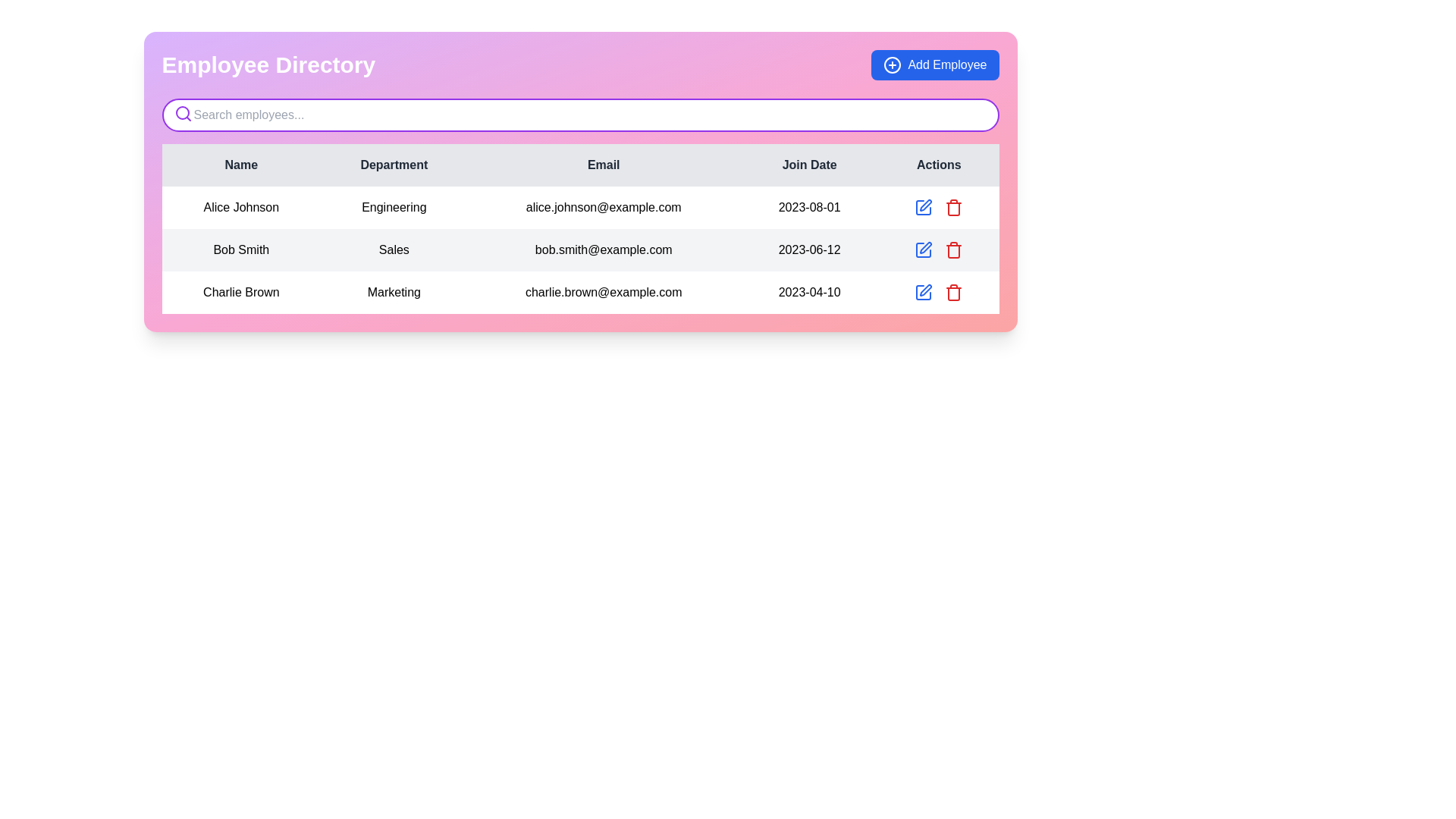 Image resolution: width=1456 pixels, height=819 pixels. Describe the element at coordinates (268, 64) in the screenshot. I see `the static text label at the top-left corner of the interface, which serves as the title of the page` at that location.